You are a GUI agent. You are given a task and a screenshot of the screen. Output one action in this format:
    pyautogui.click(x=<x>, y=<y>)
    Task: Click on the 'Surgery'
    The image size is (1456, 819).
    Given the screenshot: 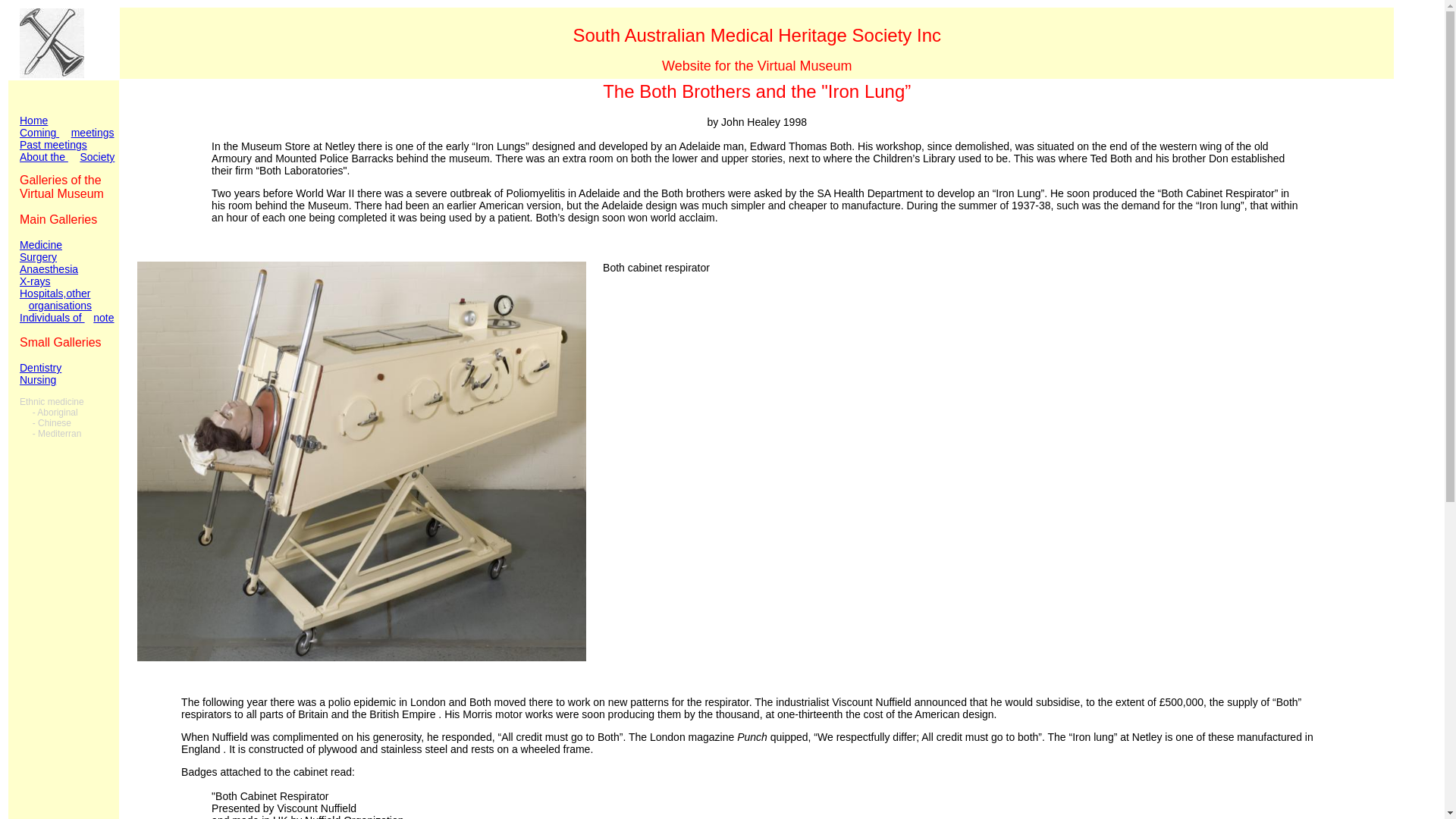 What is the action you would take?
    pyautogui.click(x=19, y=256)
    